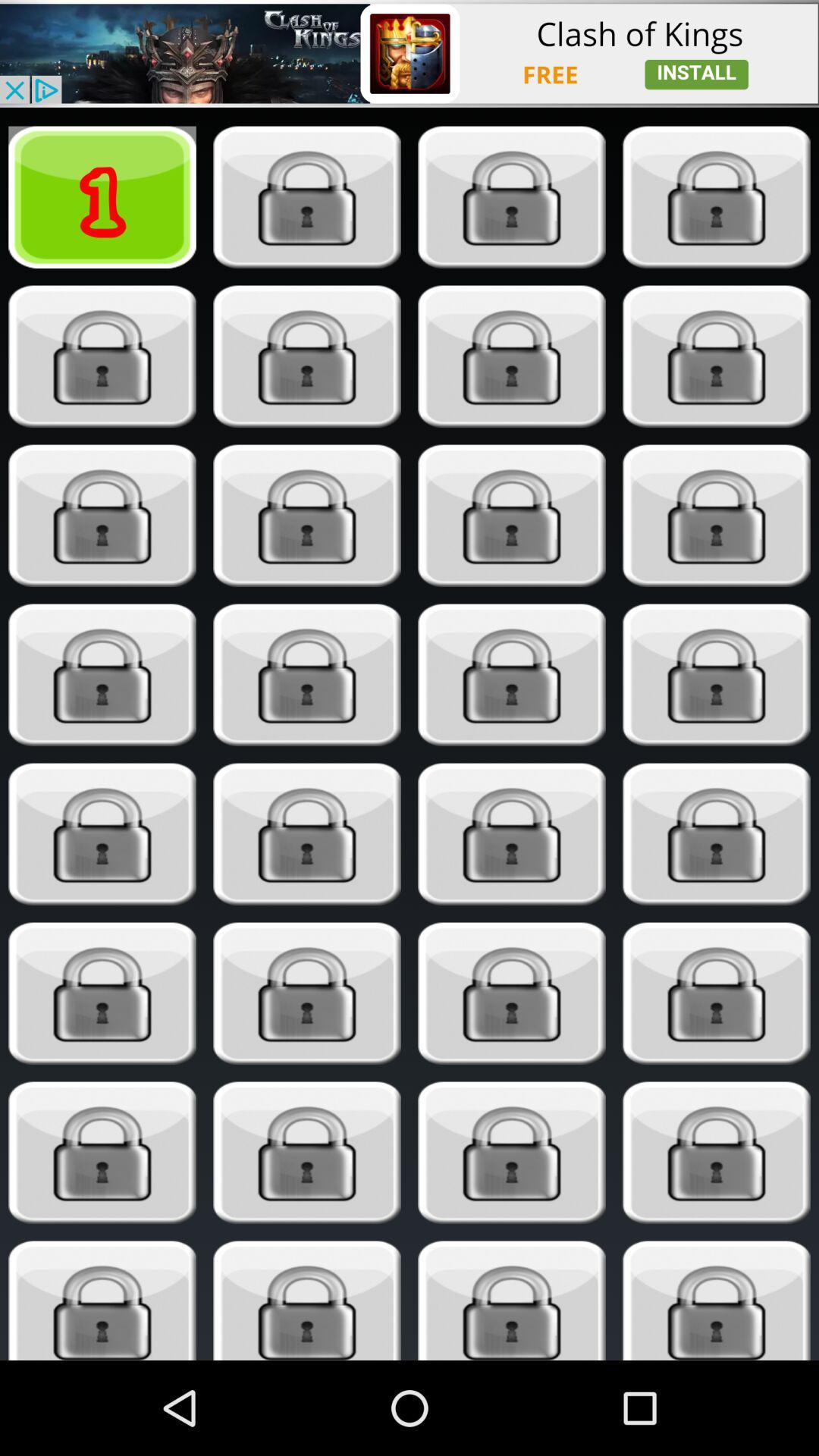 The image size is (819, 1456). I want to click on unlock next item, so click(307, 196).